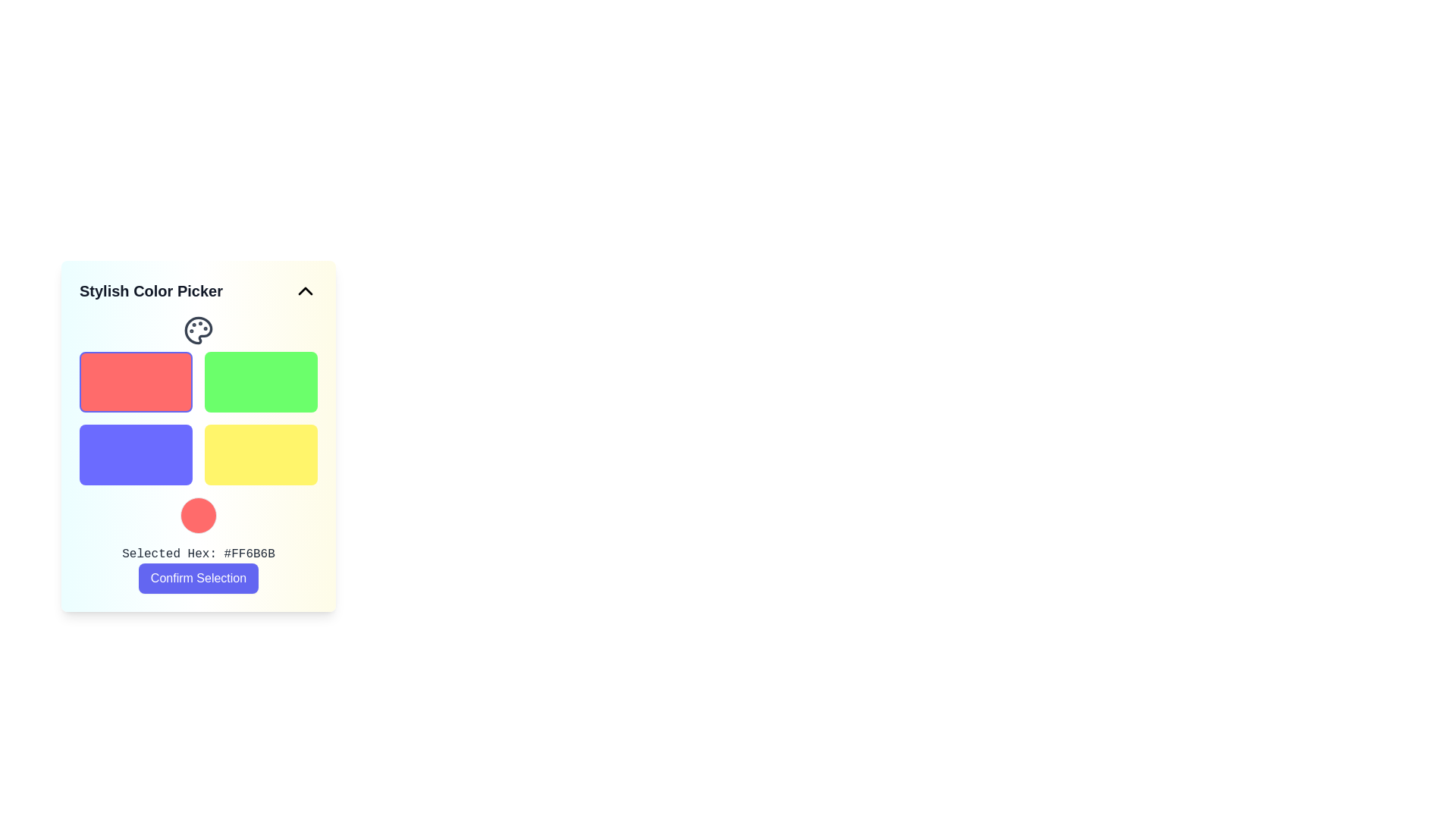 This screenshot has width=1456, height=819. What do you see at coordinates (198, 514) in the screenshot?
I see `Color display icon located at the center of the bottom portion of the color picker interface, directly above the text 'Selected Hex: #FF6B6B'` at bounding box center [198, 514].